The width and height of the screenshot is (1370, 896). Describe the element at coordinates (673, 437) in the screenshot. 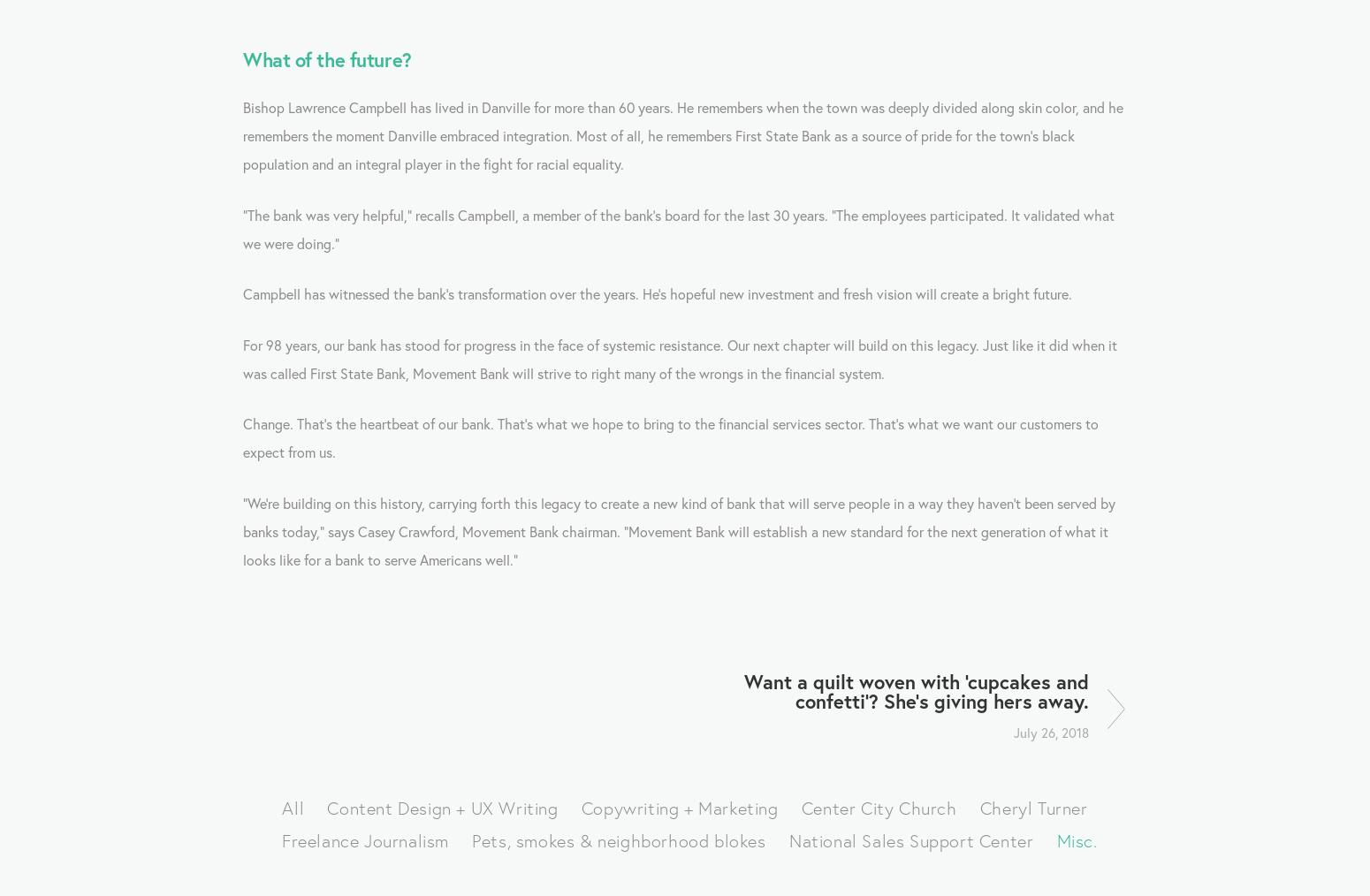

I see `'Change. That’s the heartbeat of our bank. That’s what we hope to bring to the financial services sector. That’s what we want our customers to expect from us.'` at that location.